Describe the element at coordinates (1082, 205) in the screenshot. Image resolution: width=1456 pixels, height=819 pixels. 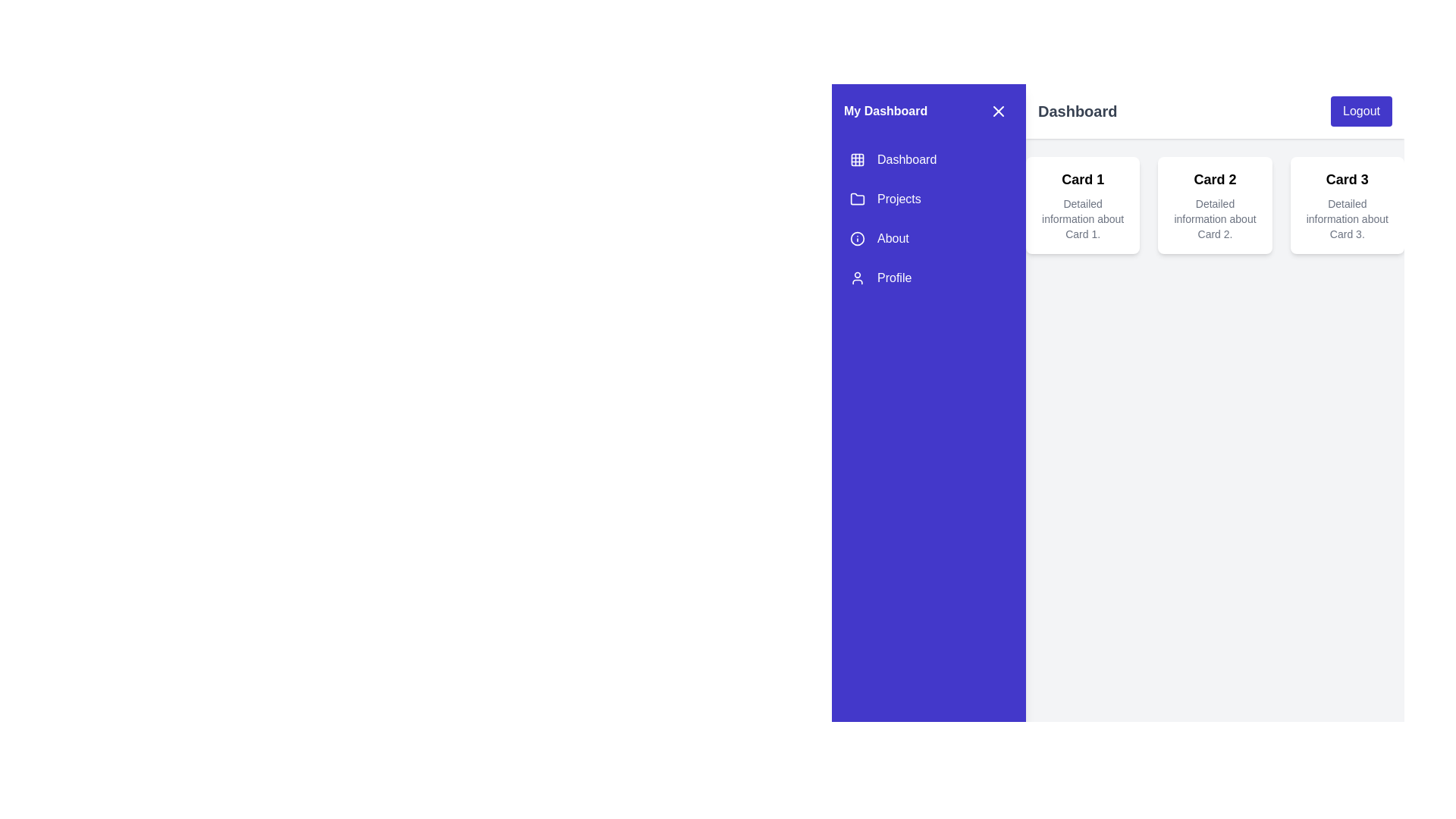
I see `the Informational card with bold text 'Card 1' located in the top-right section of the interface` at that location.